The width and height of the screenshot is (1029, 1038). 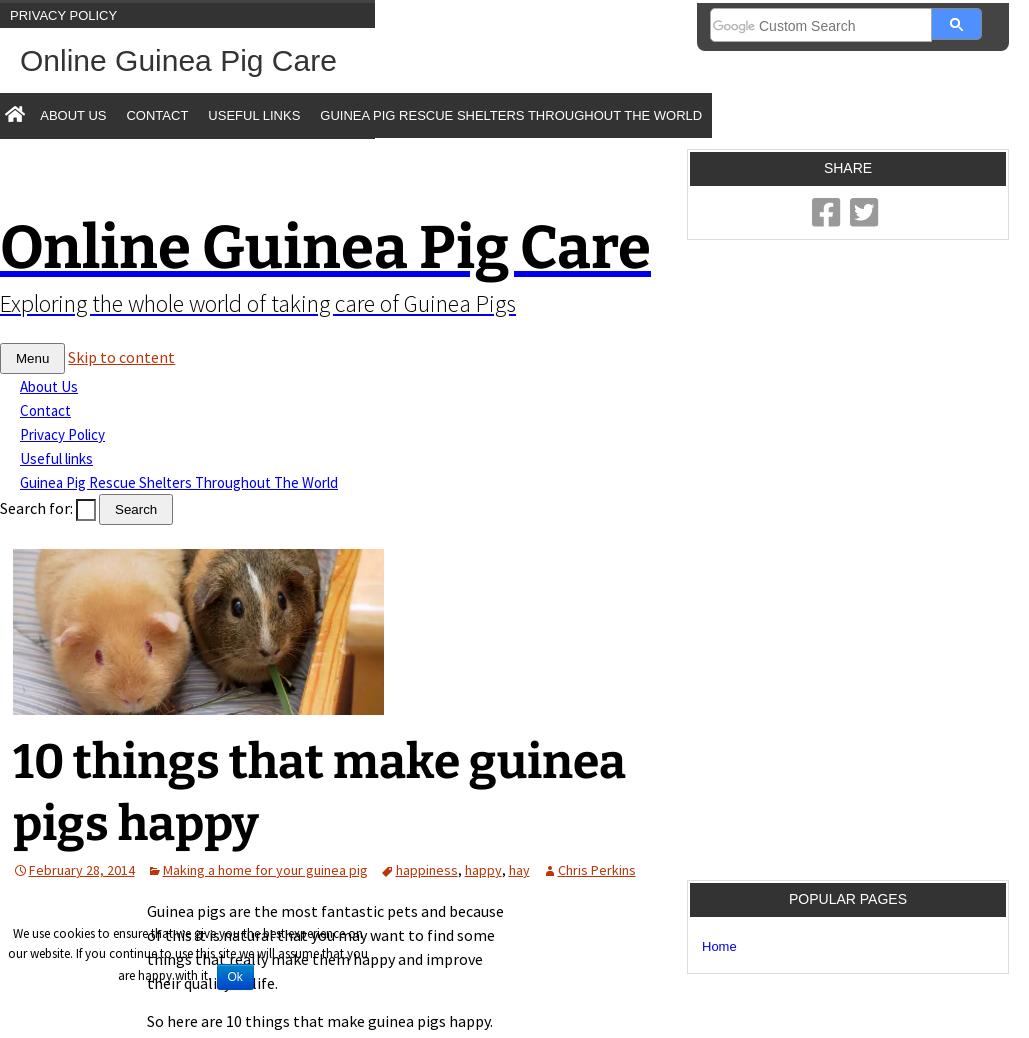 What do you see at coordinates (425, 869) in the screenshot?
I see `'happiness'` at bounding box center [425, 869].